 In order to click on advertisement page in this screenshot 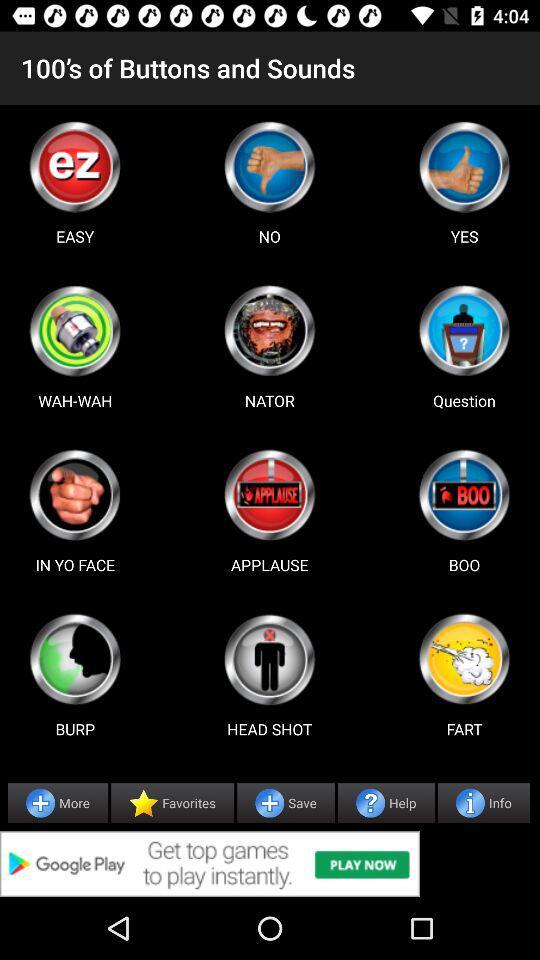, I will do `click(269, 165)`.